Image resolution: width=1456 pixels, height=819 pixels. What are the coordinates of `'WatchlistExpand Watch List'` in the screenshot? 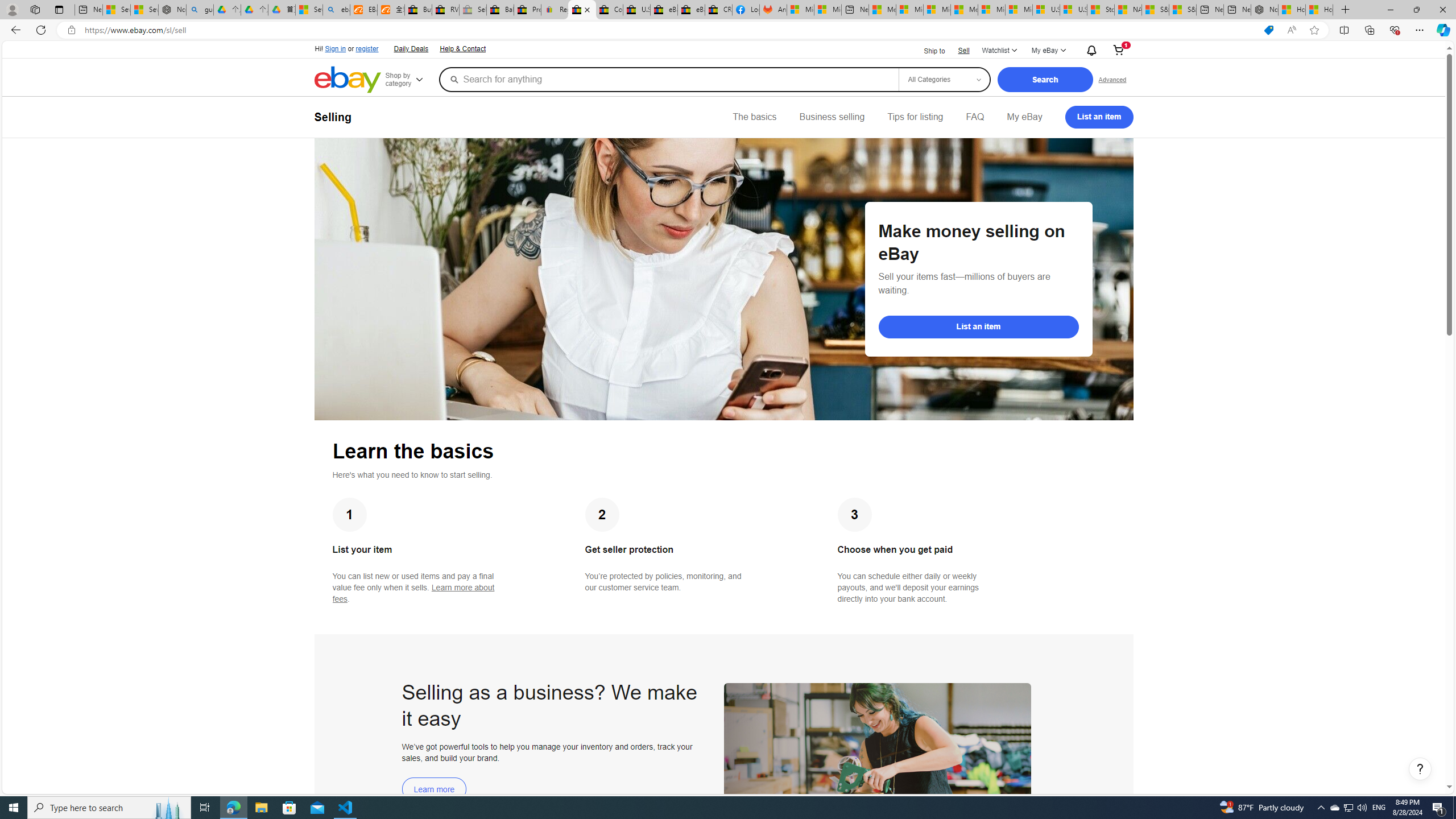 It's located at (999, 50).